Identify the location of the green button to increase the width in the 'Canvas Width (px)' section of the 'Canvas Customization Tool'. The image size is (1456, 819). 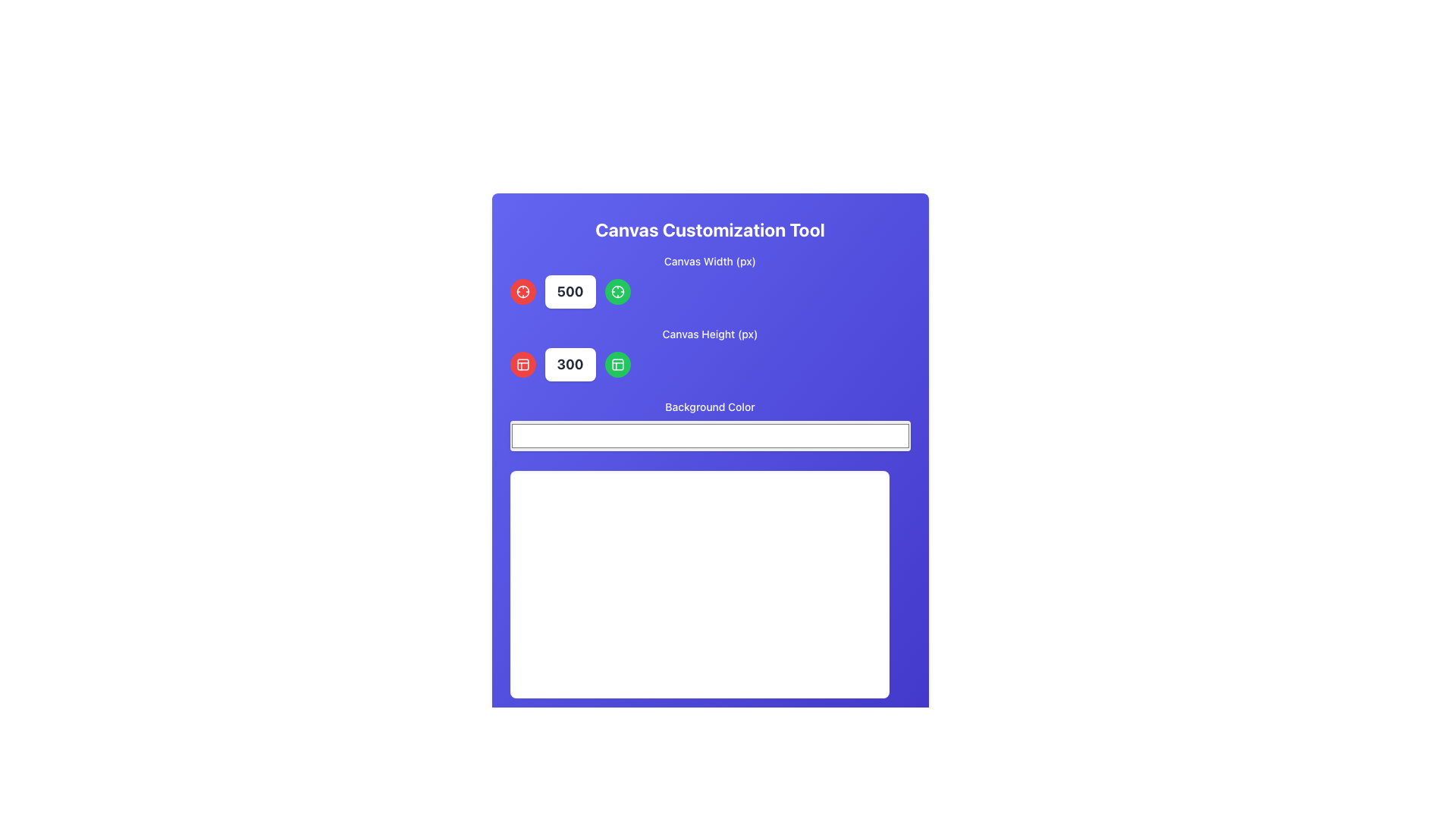
(709, 281).